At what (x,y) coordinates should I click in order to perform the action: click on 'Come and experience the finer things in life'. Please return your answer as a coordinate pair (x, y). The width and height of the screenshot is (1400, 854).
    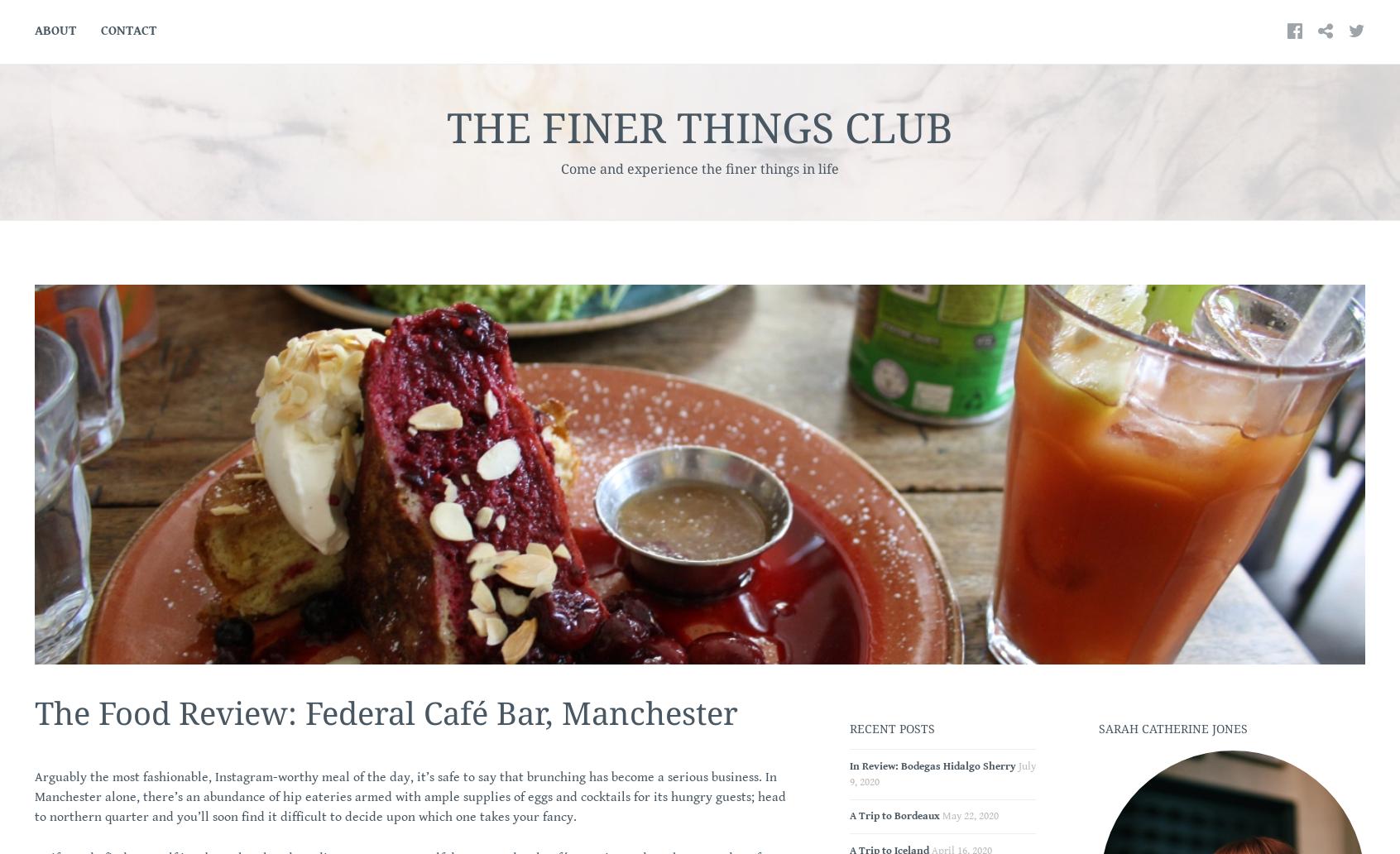
    Looking at the image, I should click on (700, 168).